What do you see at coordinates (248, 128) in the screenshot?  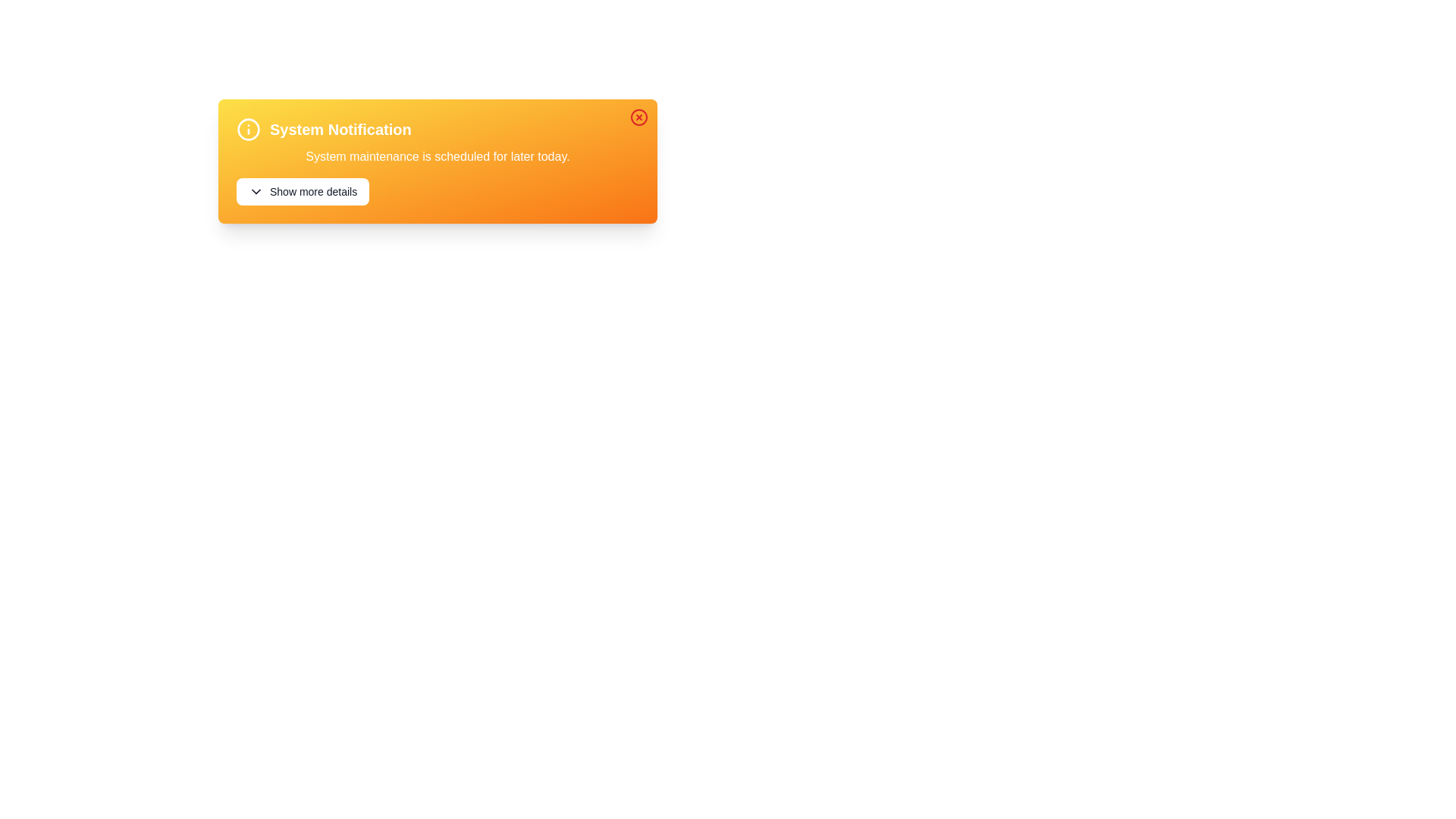 I see `the notification icon and extract its visual details` at bounding box center [248, 128].